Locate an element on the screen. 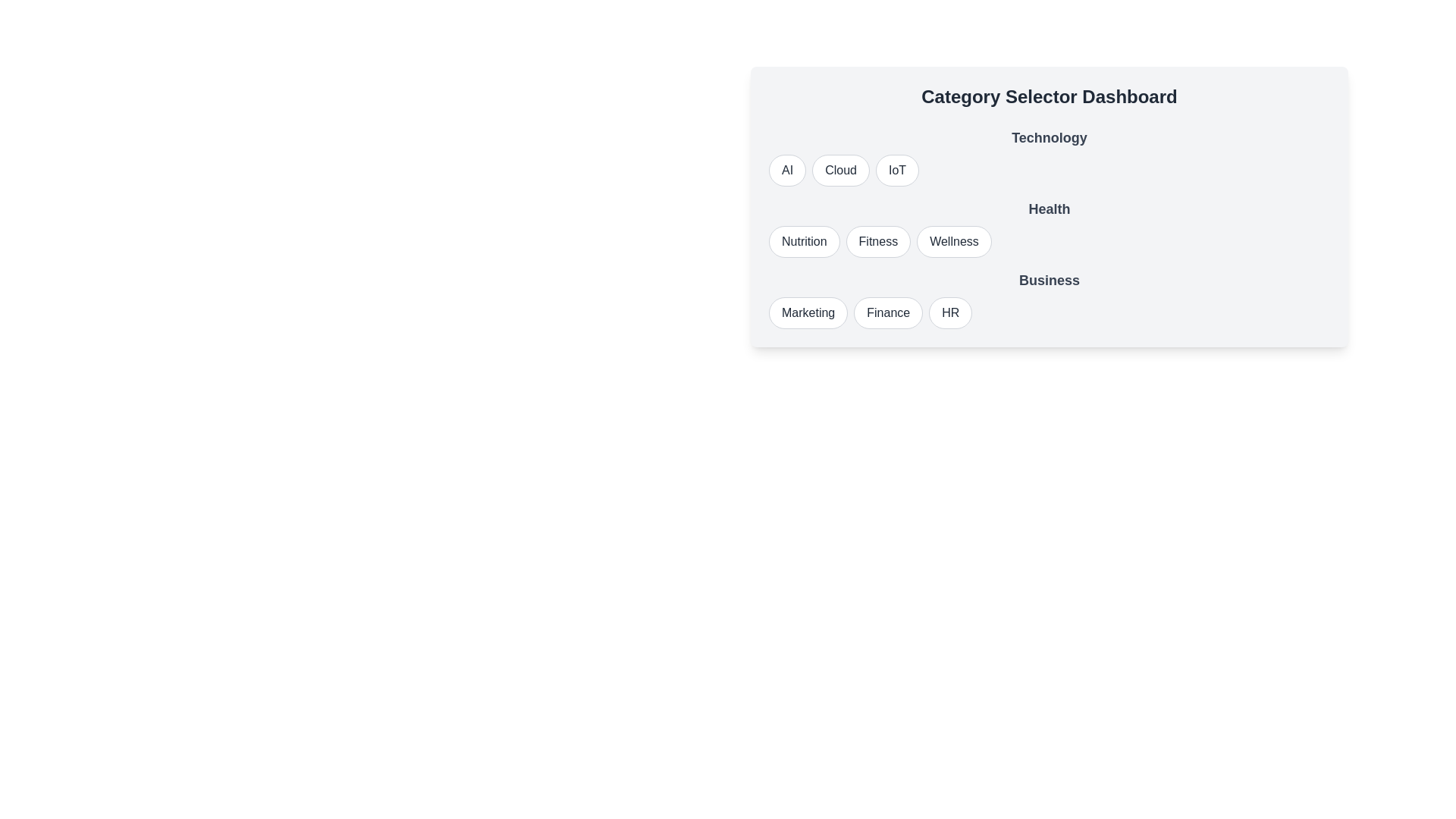 The height and width of the screenshot is (819, 1456). the button labeled IoT to observe its visual change is located at coordinates (896, 170).